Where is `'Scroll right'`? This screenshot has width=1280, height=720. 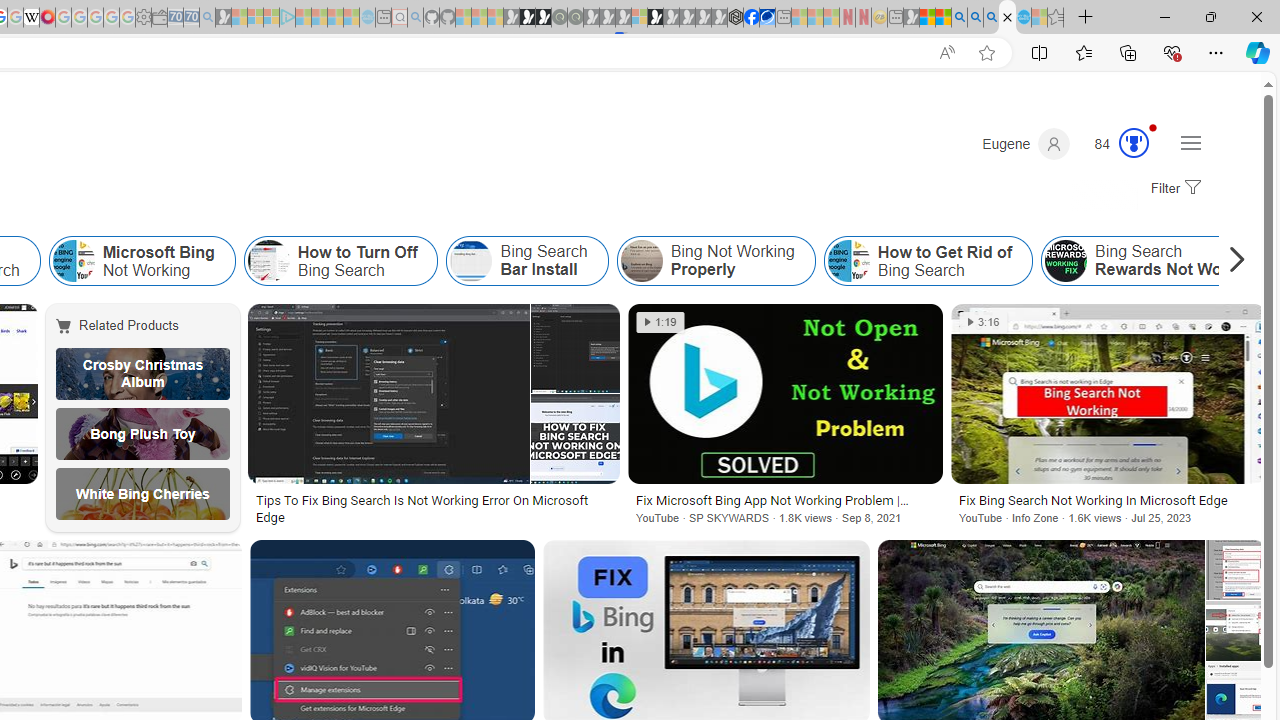 'Scroll right' is located at coordinates (1231, 260).